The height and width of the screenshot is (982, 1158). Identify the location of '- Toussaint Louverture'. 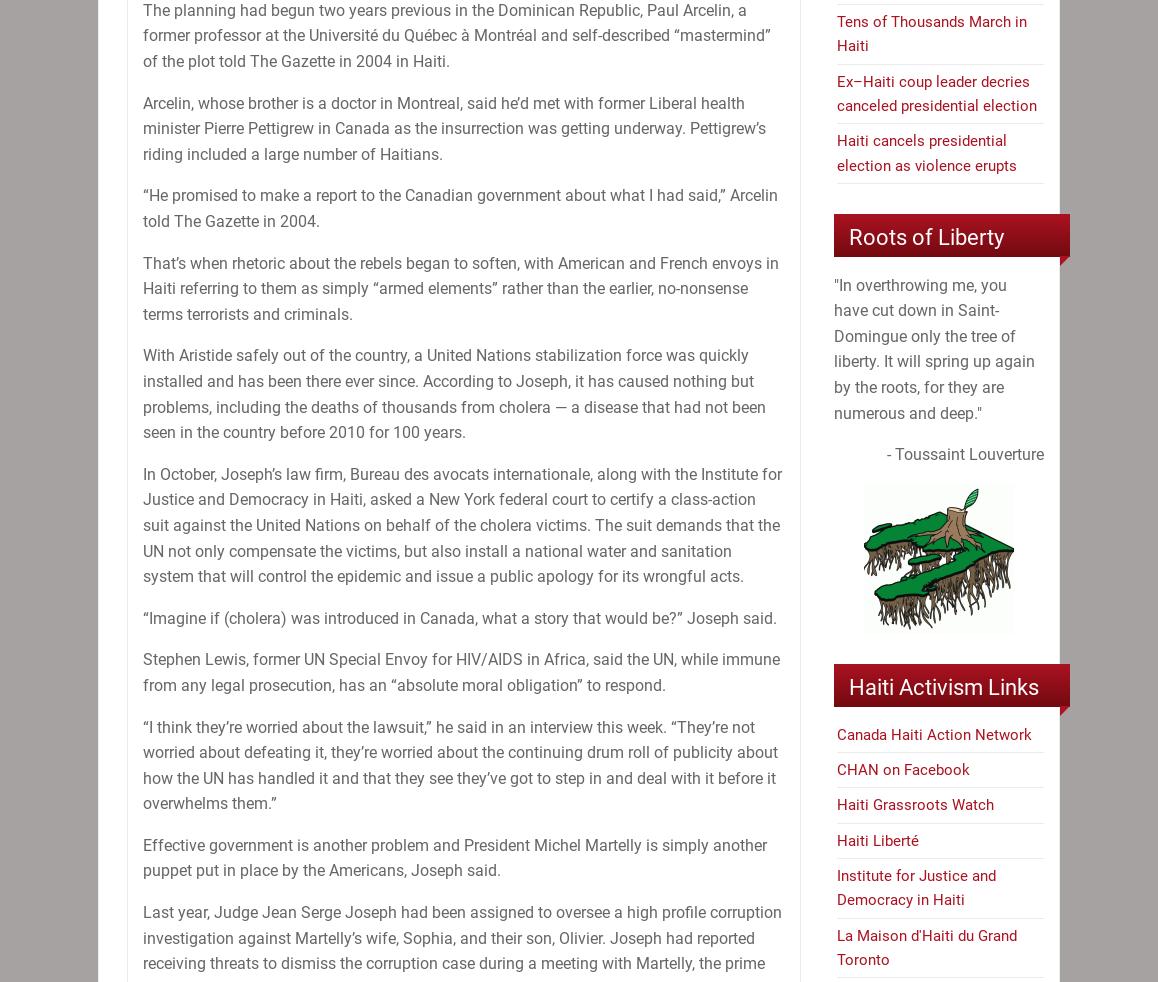
(964, 454).